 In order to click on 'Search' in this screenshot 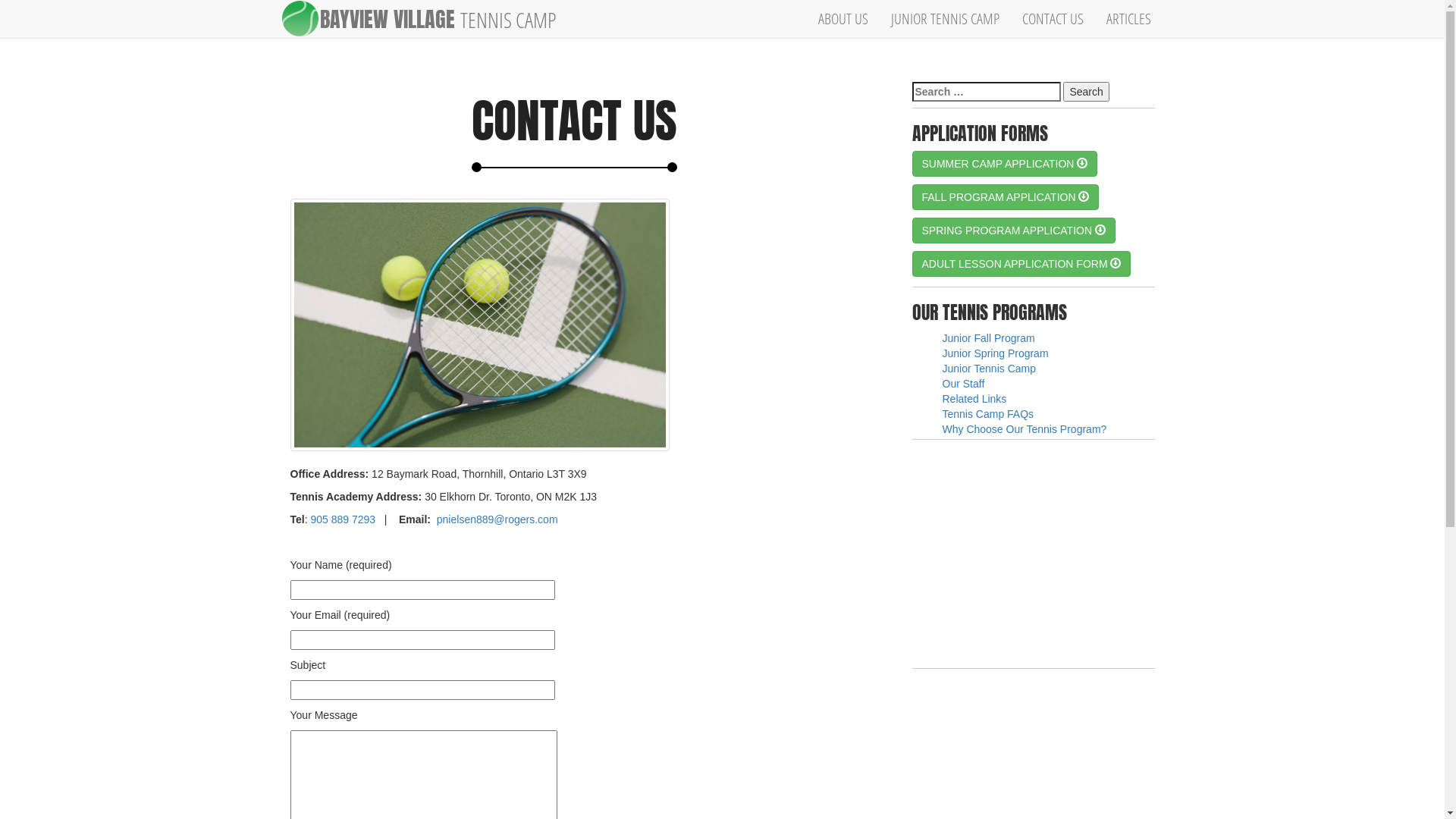, I will do `click(1084, 91)`.